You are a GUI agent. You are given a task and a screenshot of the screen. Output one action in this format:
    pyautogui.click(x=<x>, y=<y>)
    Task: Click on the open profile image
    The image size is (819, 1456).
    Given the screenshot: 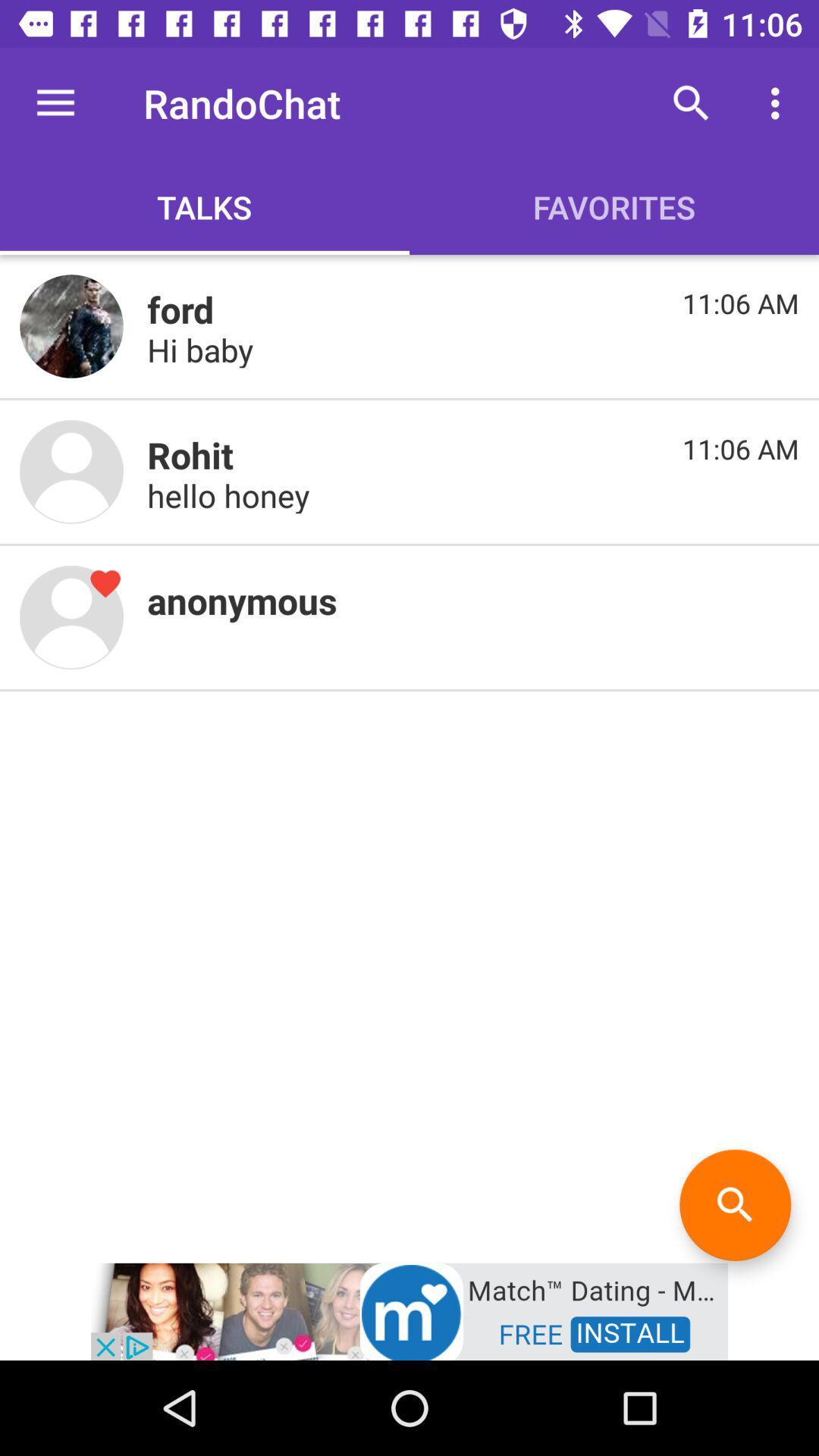 What is the action you would take?
    pyautogui.click(x=71, y=325)
    